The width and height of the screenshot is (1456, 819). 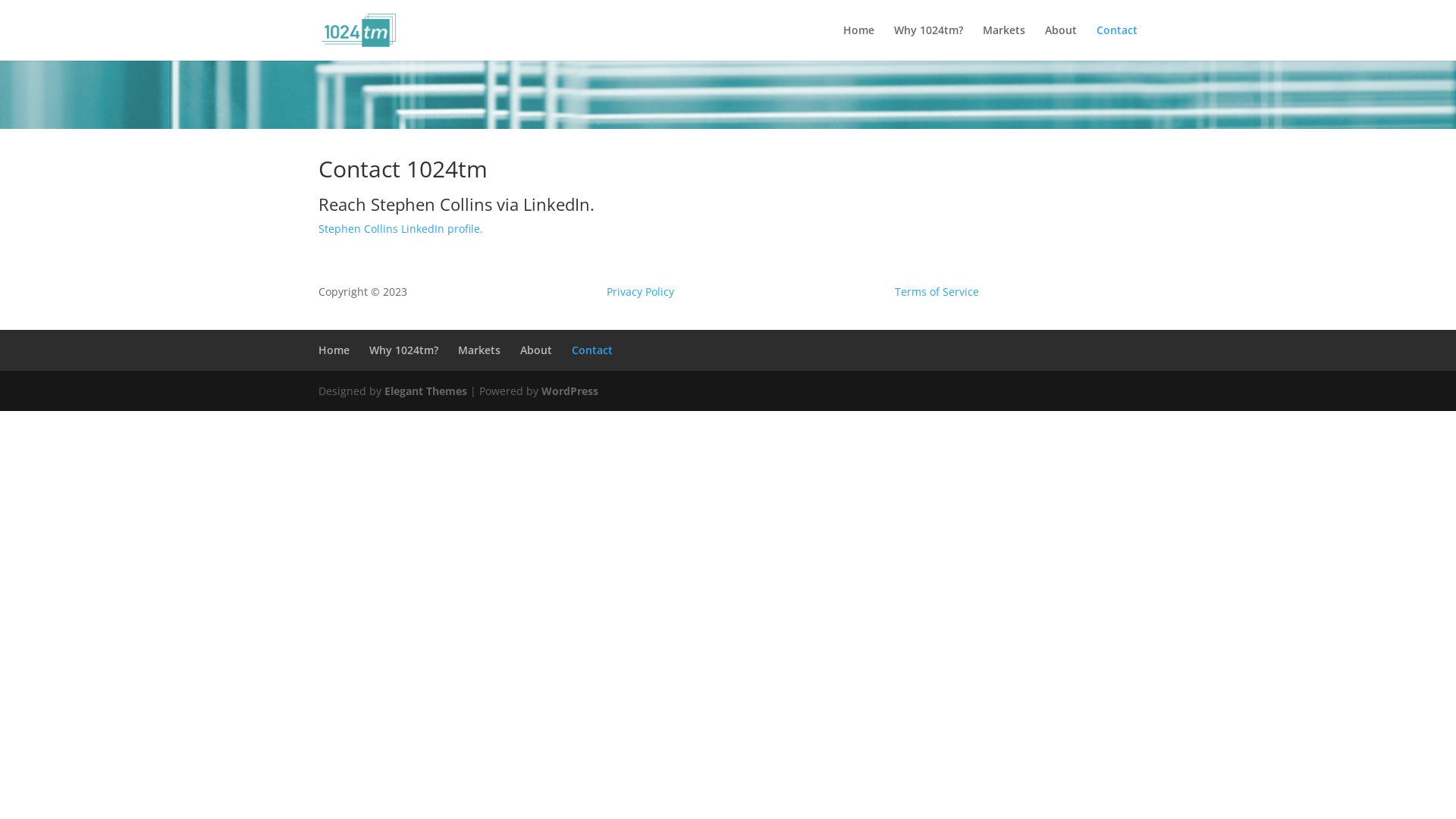 What do you see at coordinates (318, 350) in the screenshot?
I see `'Home'` at bounding box center [318, 350].